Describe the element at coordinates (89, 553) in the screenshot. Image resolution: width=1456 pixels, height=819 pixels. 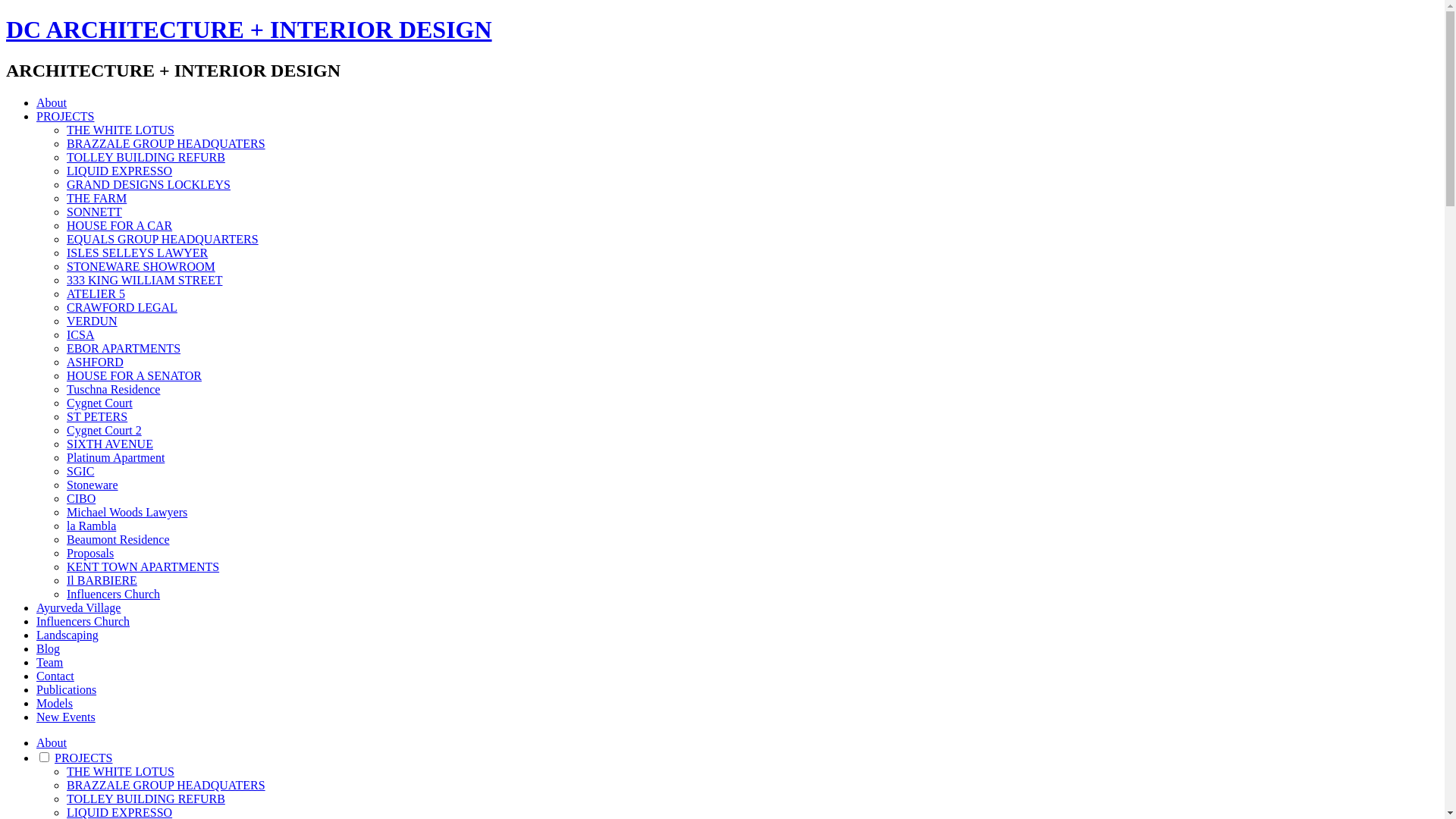
I see `'Proposals'` at that location.